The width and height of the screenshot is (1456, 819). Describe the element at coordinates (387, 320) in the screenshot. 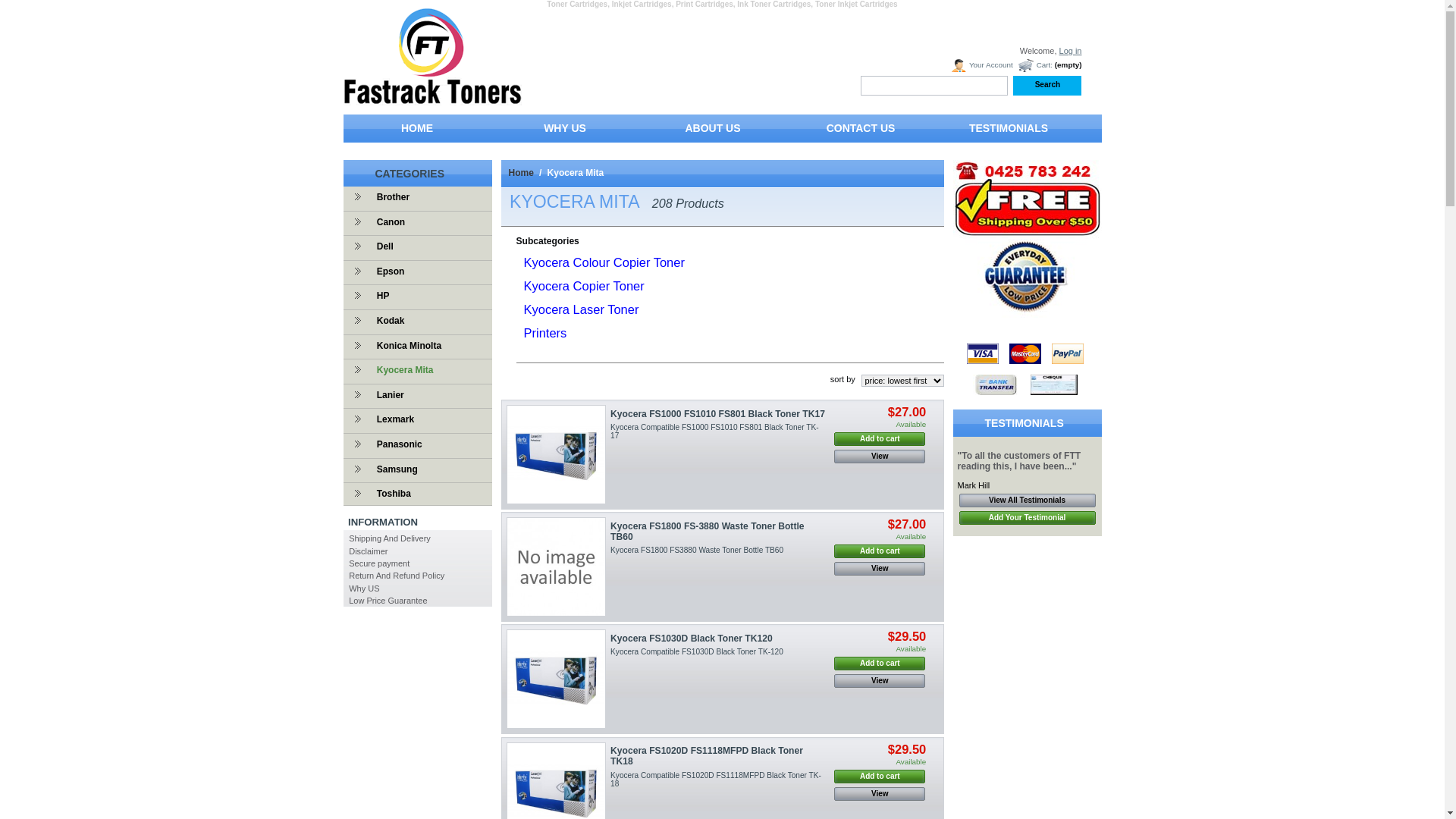

I see `'Kodak'` at that location.